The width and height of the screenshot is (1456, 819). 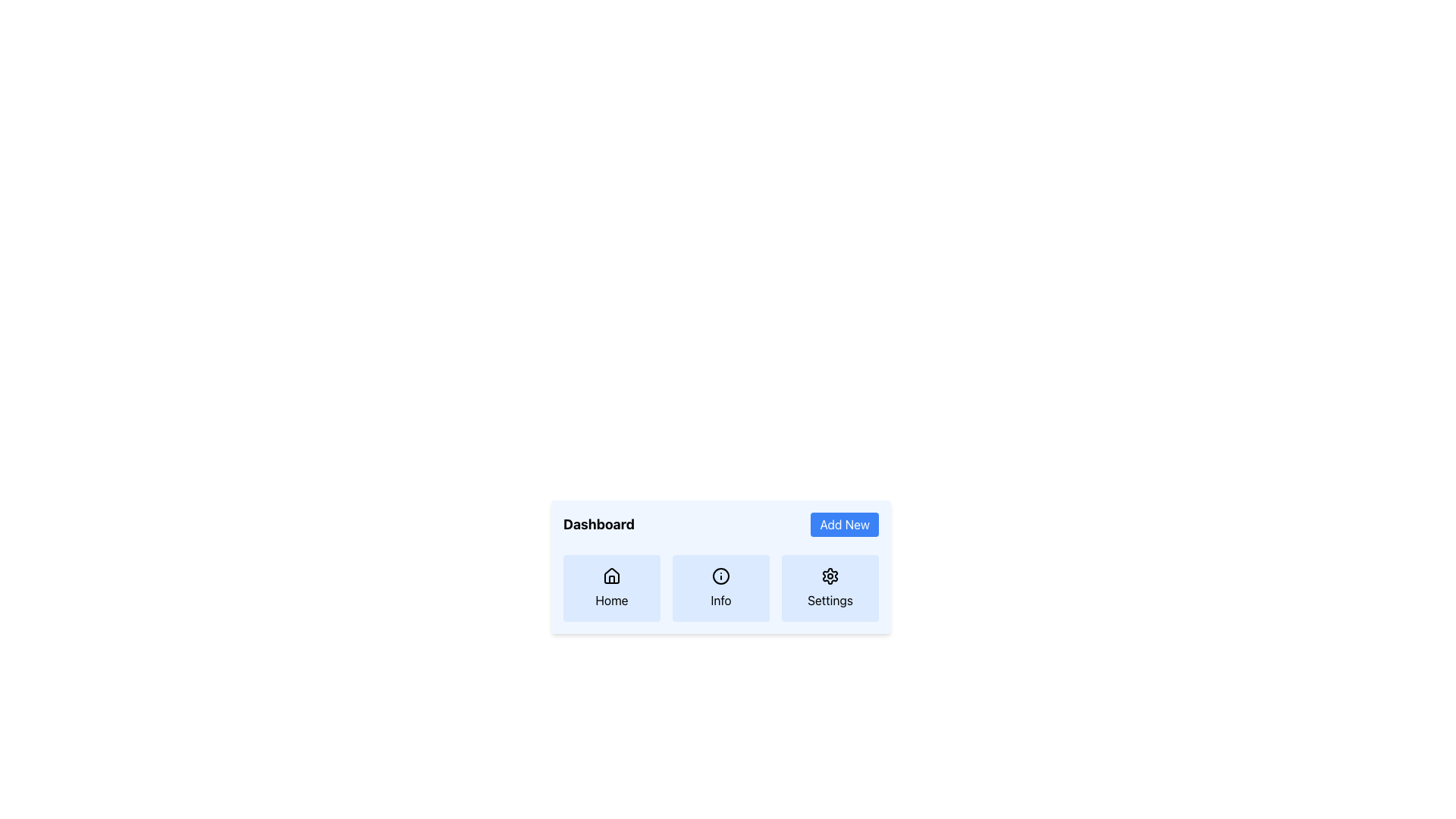 What do you see at coordinates (611, 599) in the screenshot?
I see `the 'Home' label located beneath the home icon within a blue panel with rounded corners` at bounding box center [611, 599].